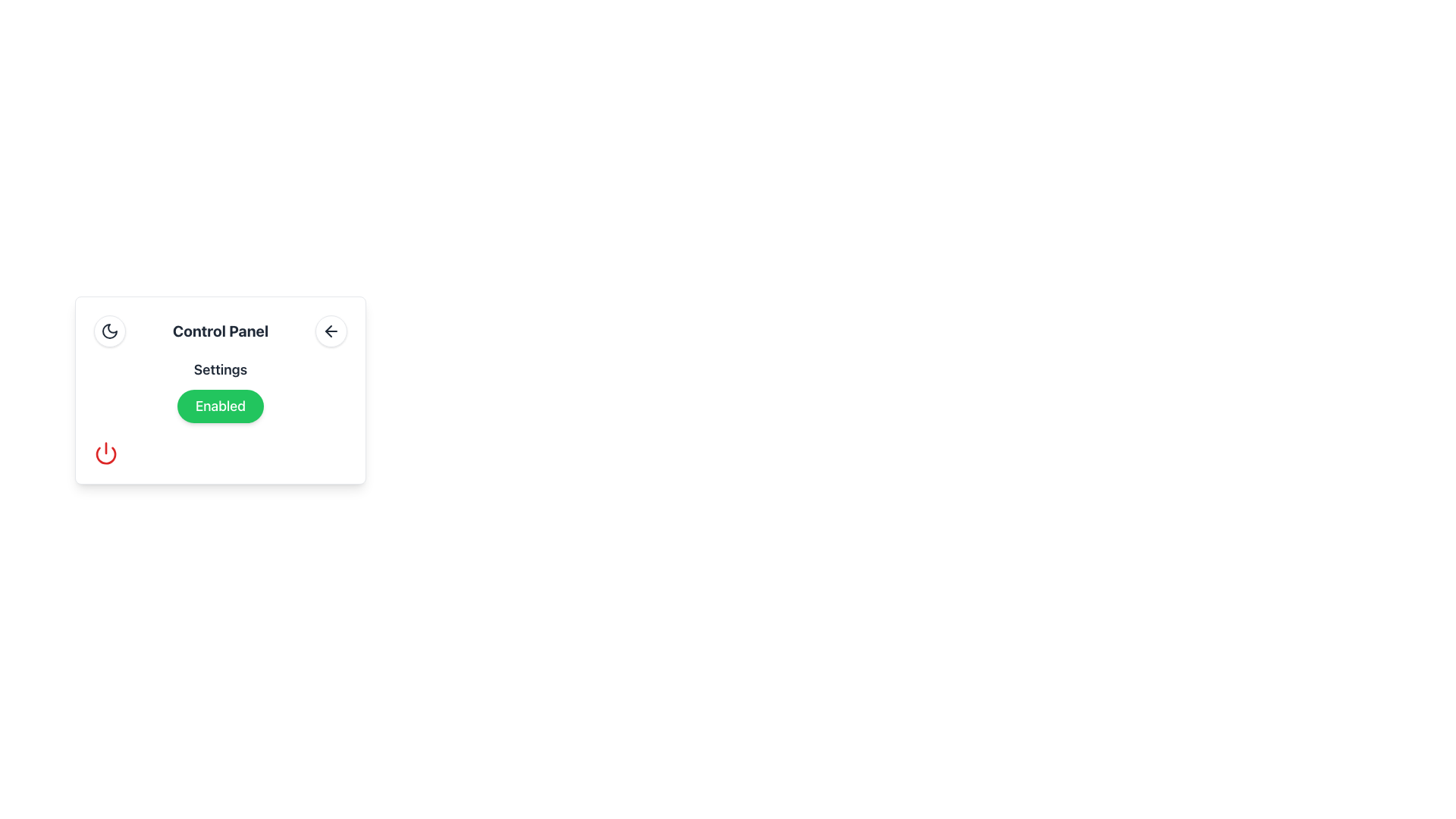 This screenshot has width=1456, height=819. I want to click on the night mode icon located in the top-left corner of the 'Control Panel' card, so click(108, 330).